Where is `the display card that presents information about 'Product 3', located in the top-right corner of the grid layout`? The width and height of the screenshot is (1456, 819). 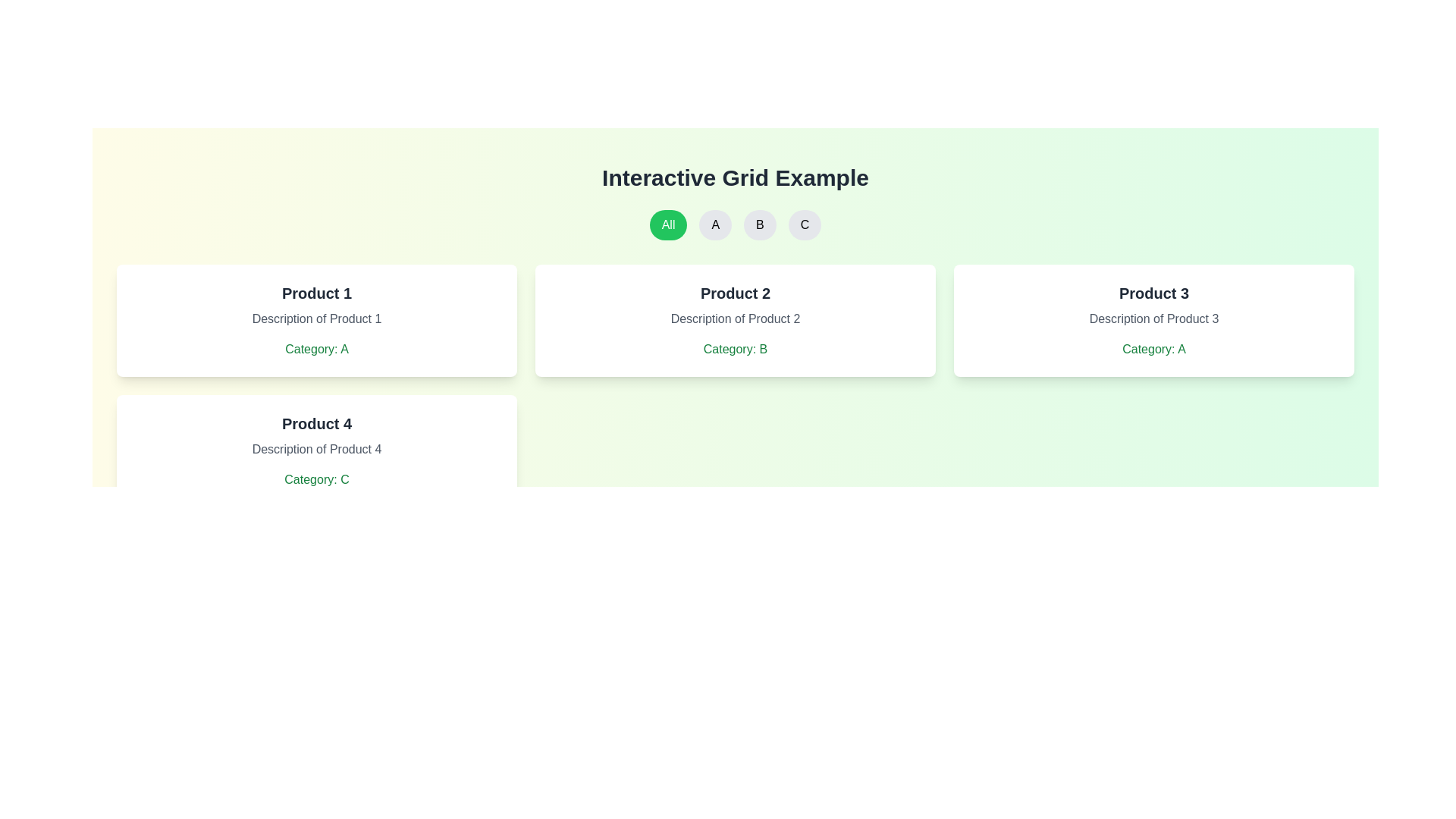 the display card that presents information about 'Product 3', located in the top-right corner of the grid layout is located at coordinates (1153, 320).